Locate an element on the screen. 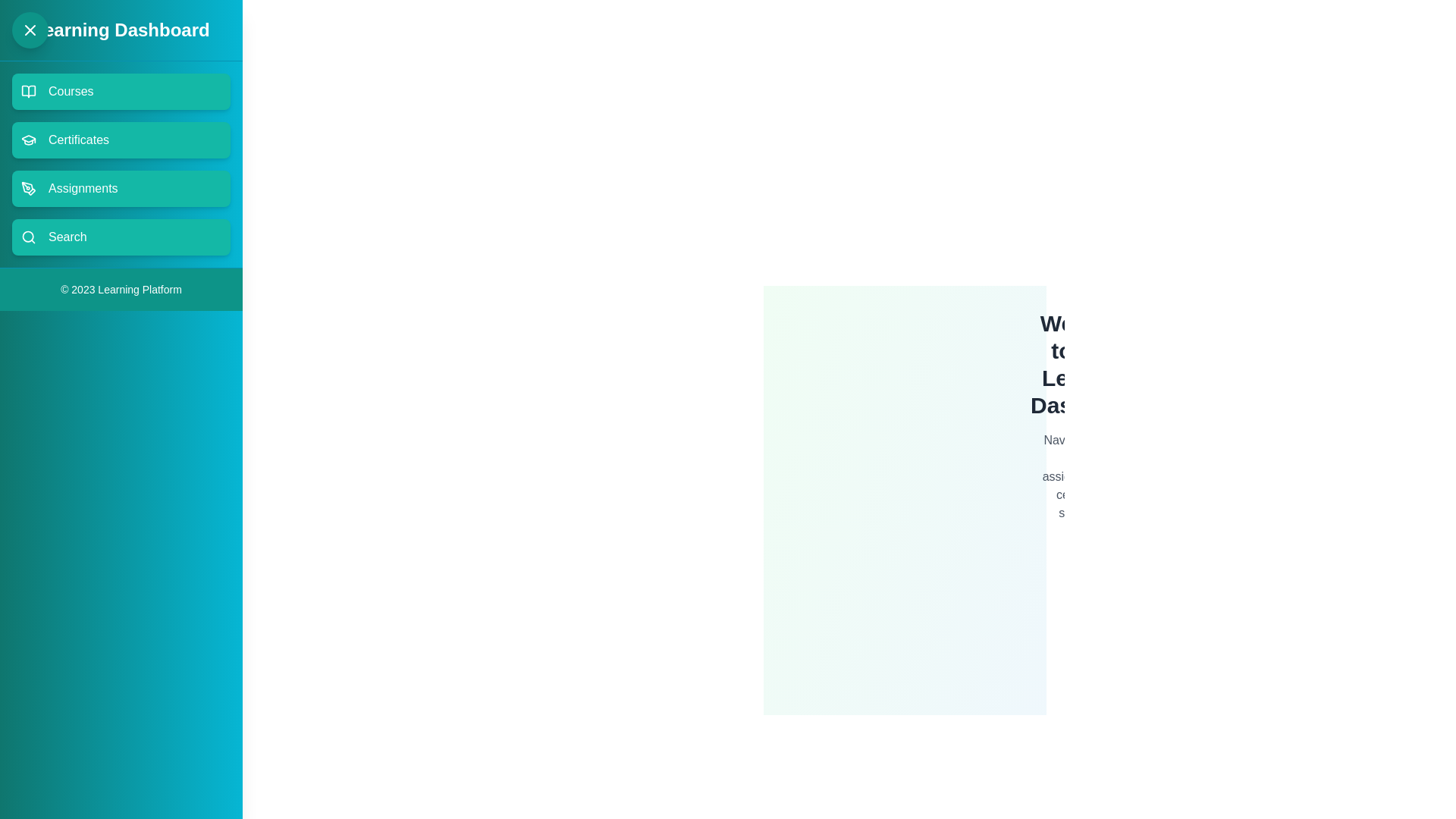 The width and height of the screenshot is (1456, 819). the educational or professional theme icon located on the left side of the sidebar, aligned with the 'Certificates' button text is located at coordinates (29, 139).